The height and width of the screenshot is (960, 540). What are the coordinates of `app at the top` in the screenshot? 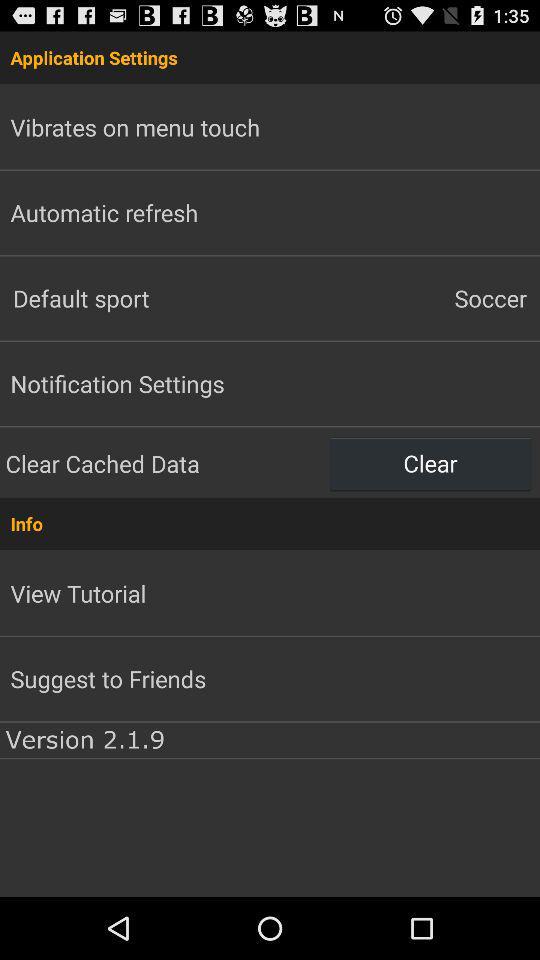 It's located at (270, 56).